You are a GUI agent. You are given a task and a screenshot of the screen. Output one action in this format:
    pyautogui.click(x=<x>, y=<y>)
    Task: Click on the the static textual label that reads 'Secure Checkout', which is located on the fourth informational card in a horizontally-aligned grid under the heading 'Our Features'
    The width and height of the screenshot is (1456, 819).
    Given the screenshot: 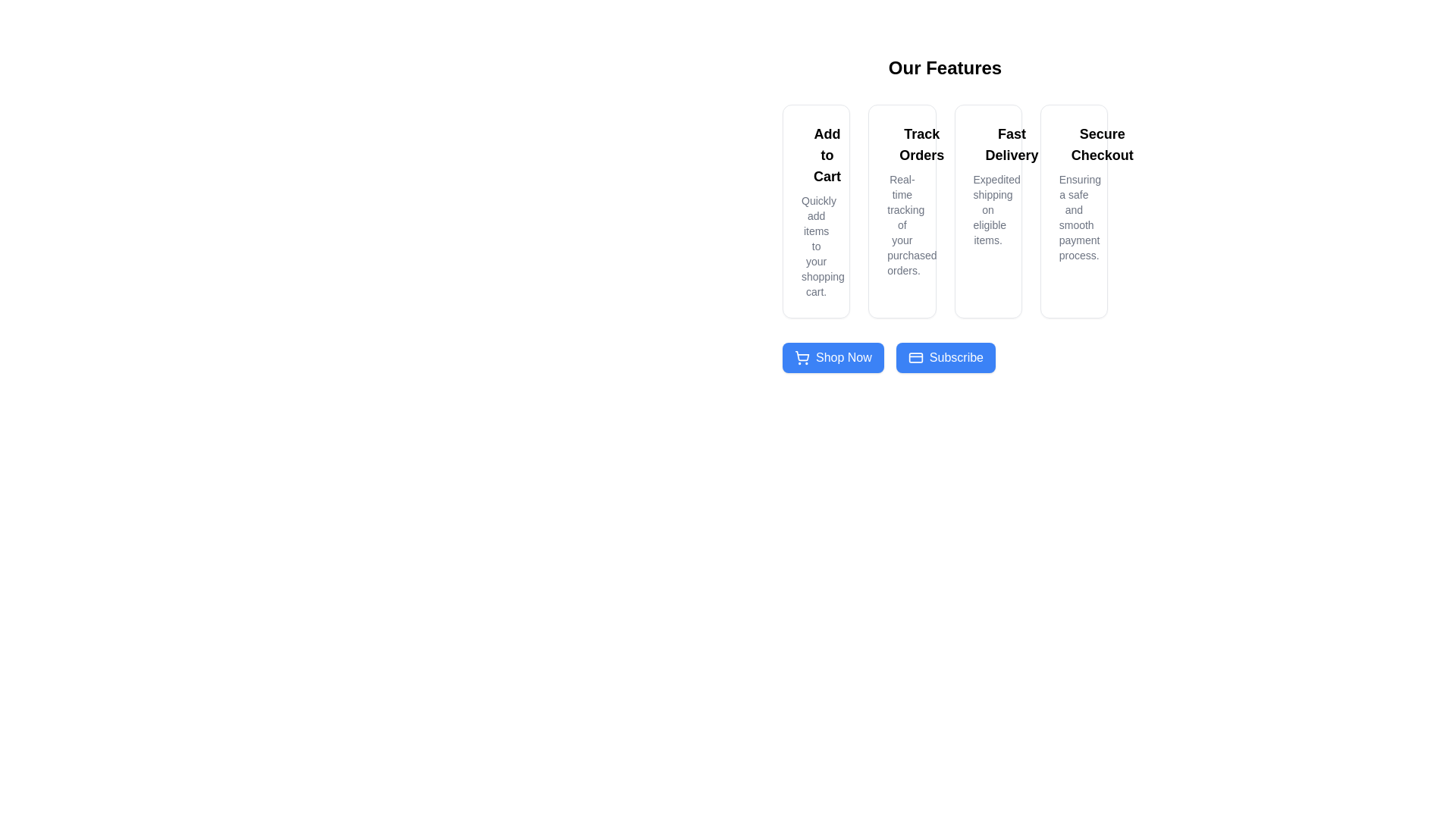 What is the action you would take?
    pyautogui.click(x=1102, y=145)
    